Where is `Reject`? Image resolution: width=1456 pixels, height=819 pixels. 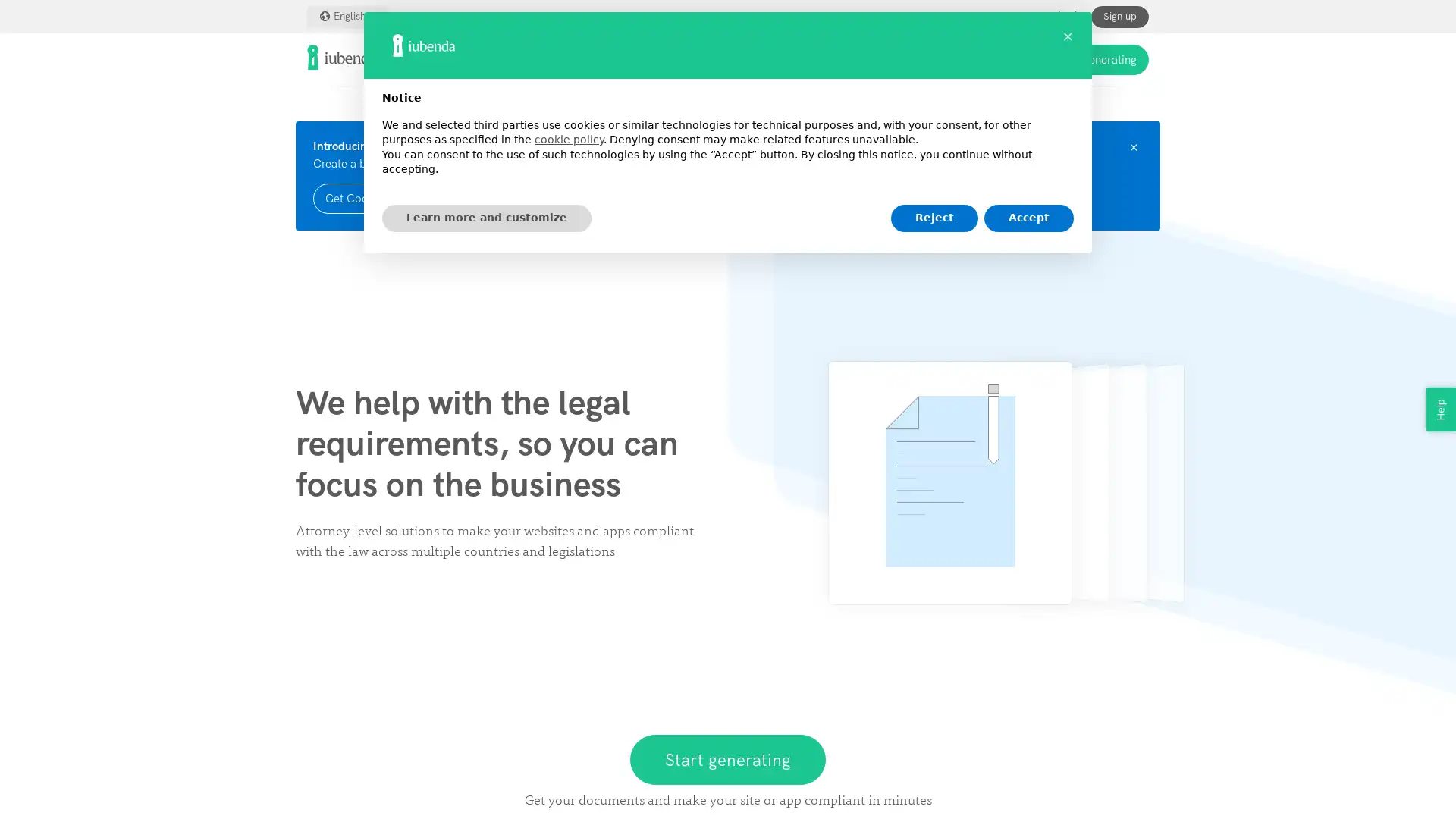 Reject is located at coordinates (934, 217).